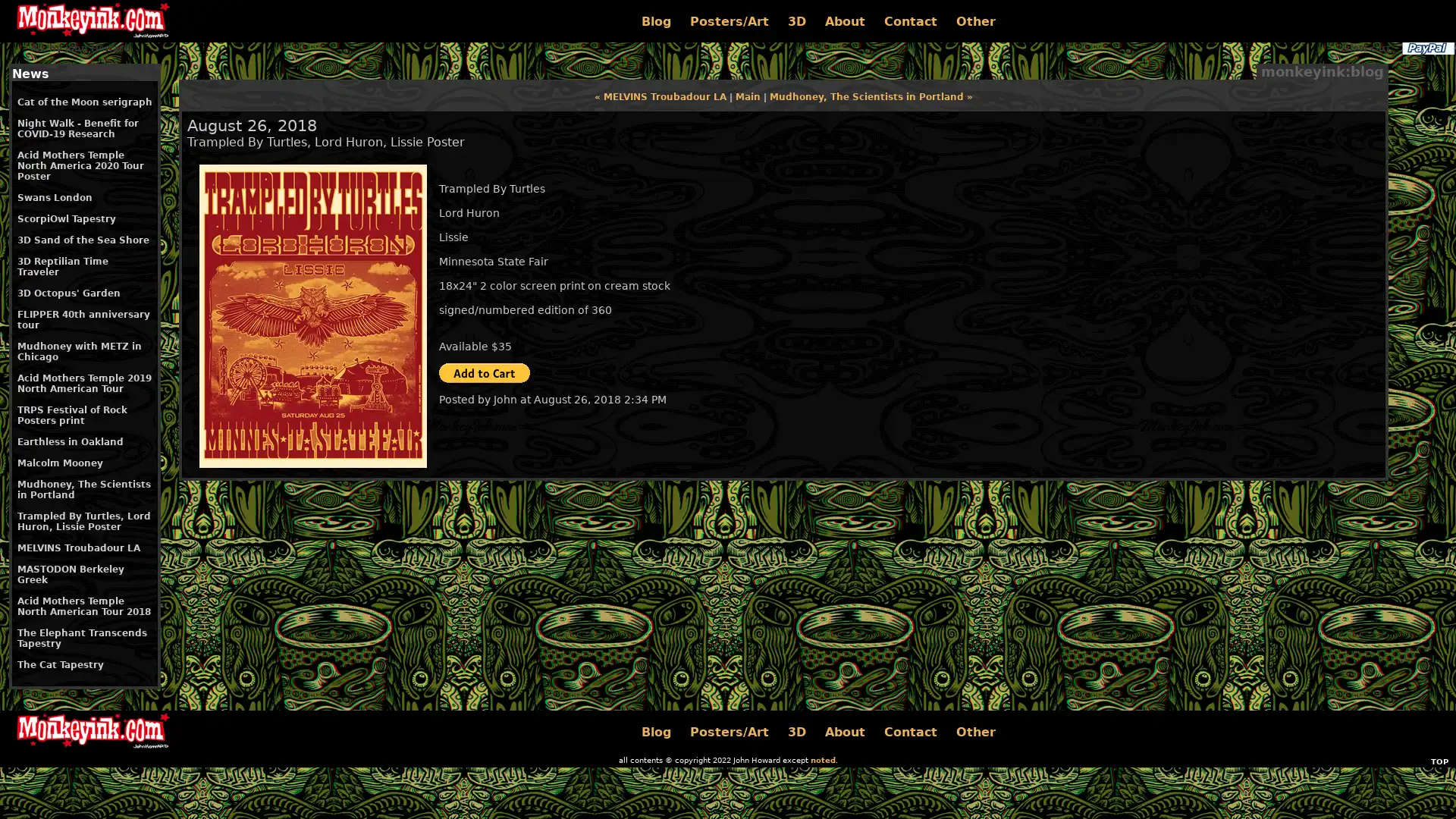 This screenshot has height=819, width=1456. I want to click on PayPal, so click(1426, 48).